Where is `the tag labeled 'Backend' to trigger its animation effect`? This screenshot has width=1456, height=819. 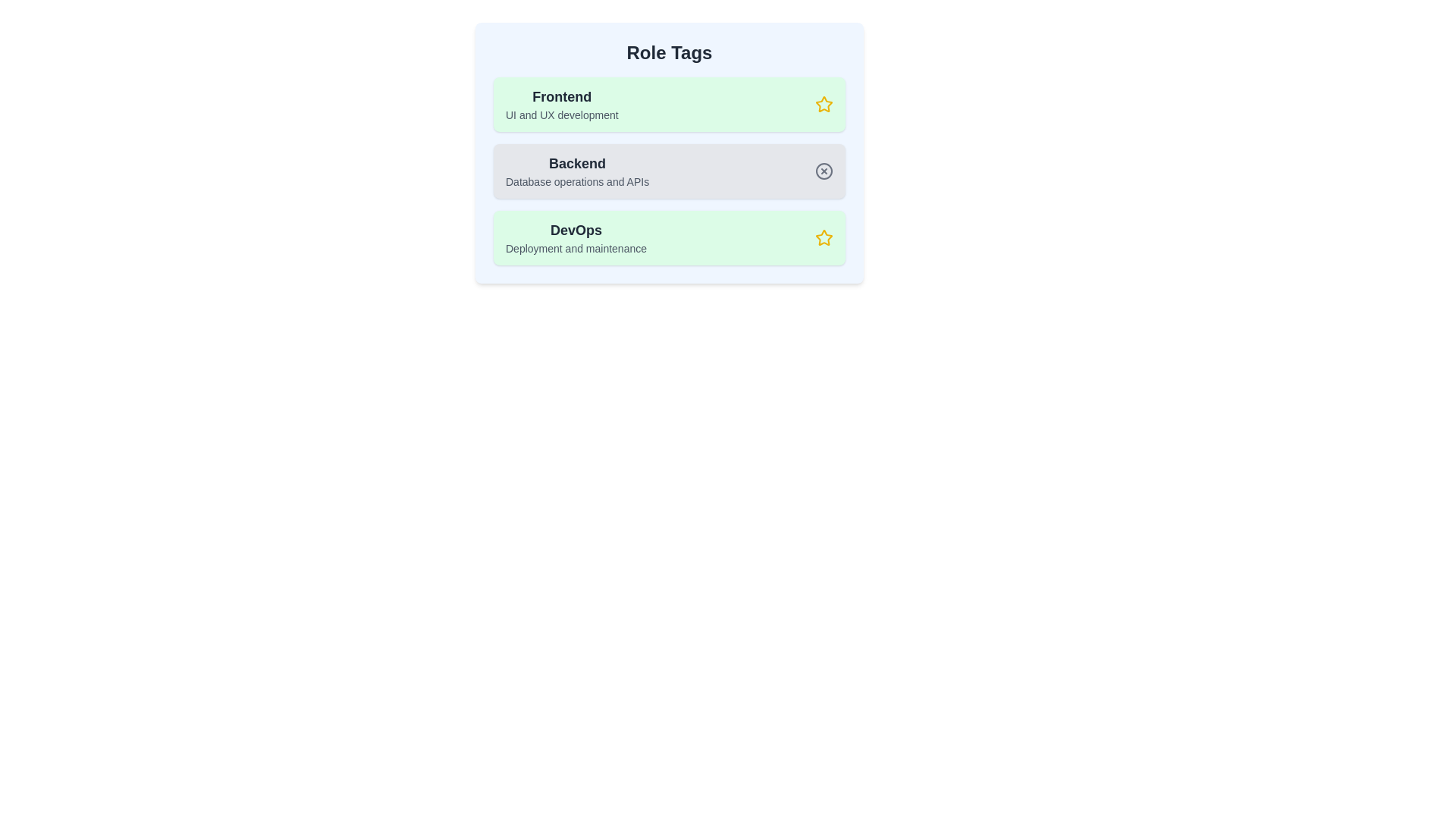 the tag labeled 'Backend' to trigger its animation effect is located at coordinates (669, 171).